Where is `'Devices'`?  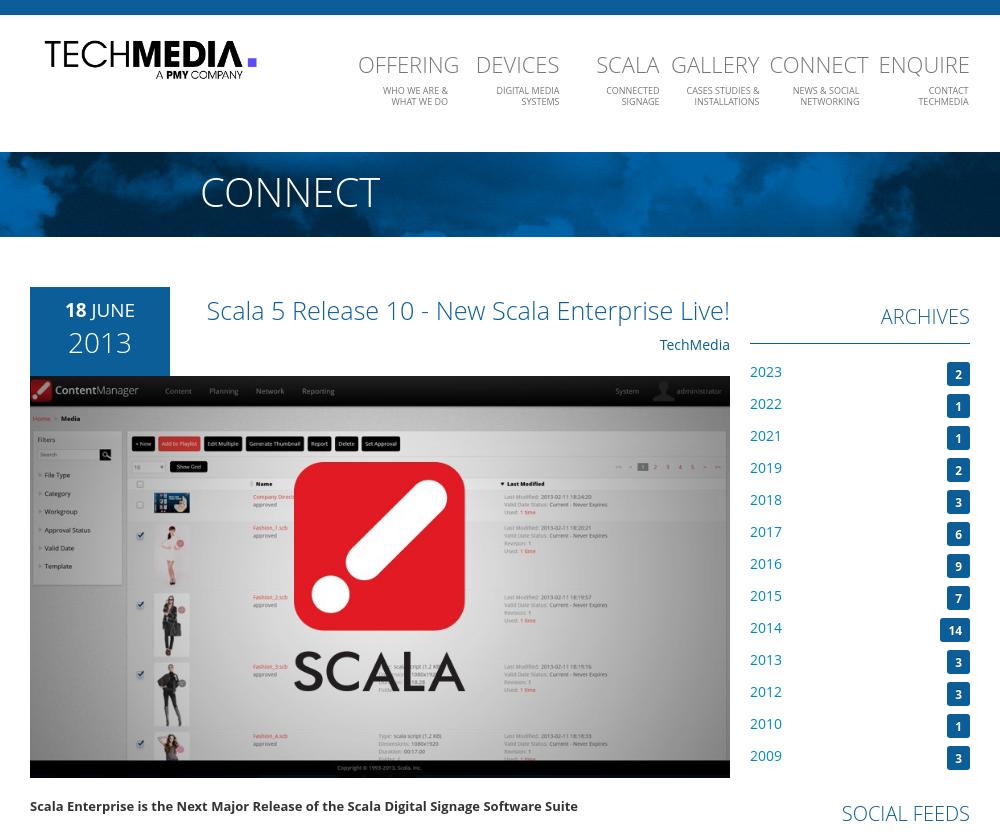
'Devices' is located at coordinates (474, 62).